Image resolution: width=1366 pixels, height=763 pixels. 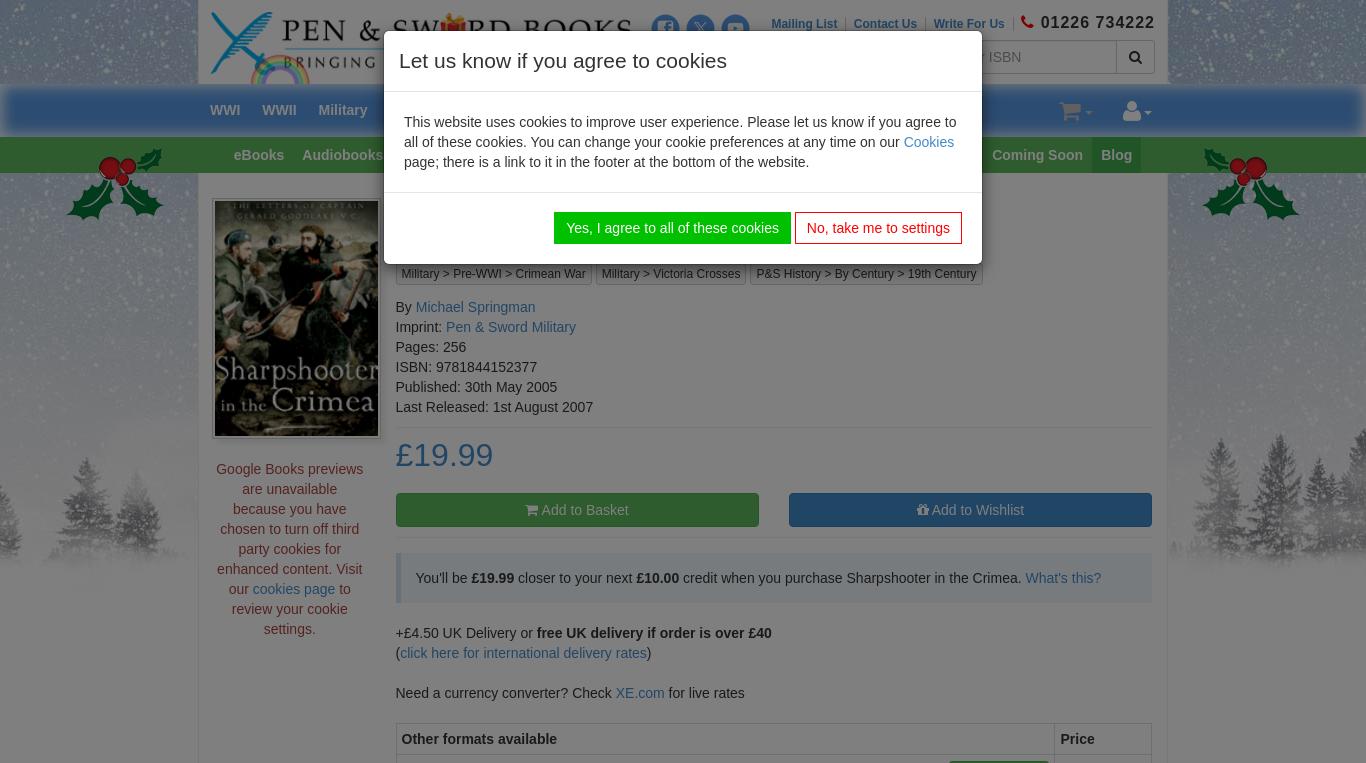 What do you see at coordinates (302, 152) in the screenshot?
I see `'Audiobooks'` at bounding box center [302, 152].